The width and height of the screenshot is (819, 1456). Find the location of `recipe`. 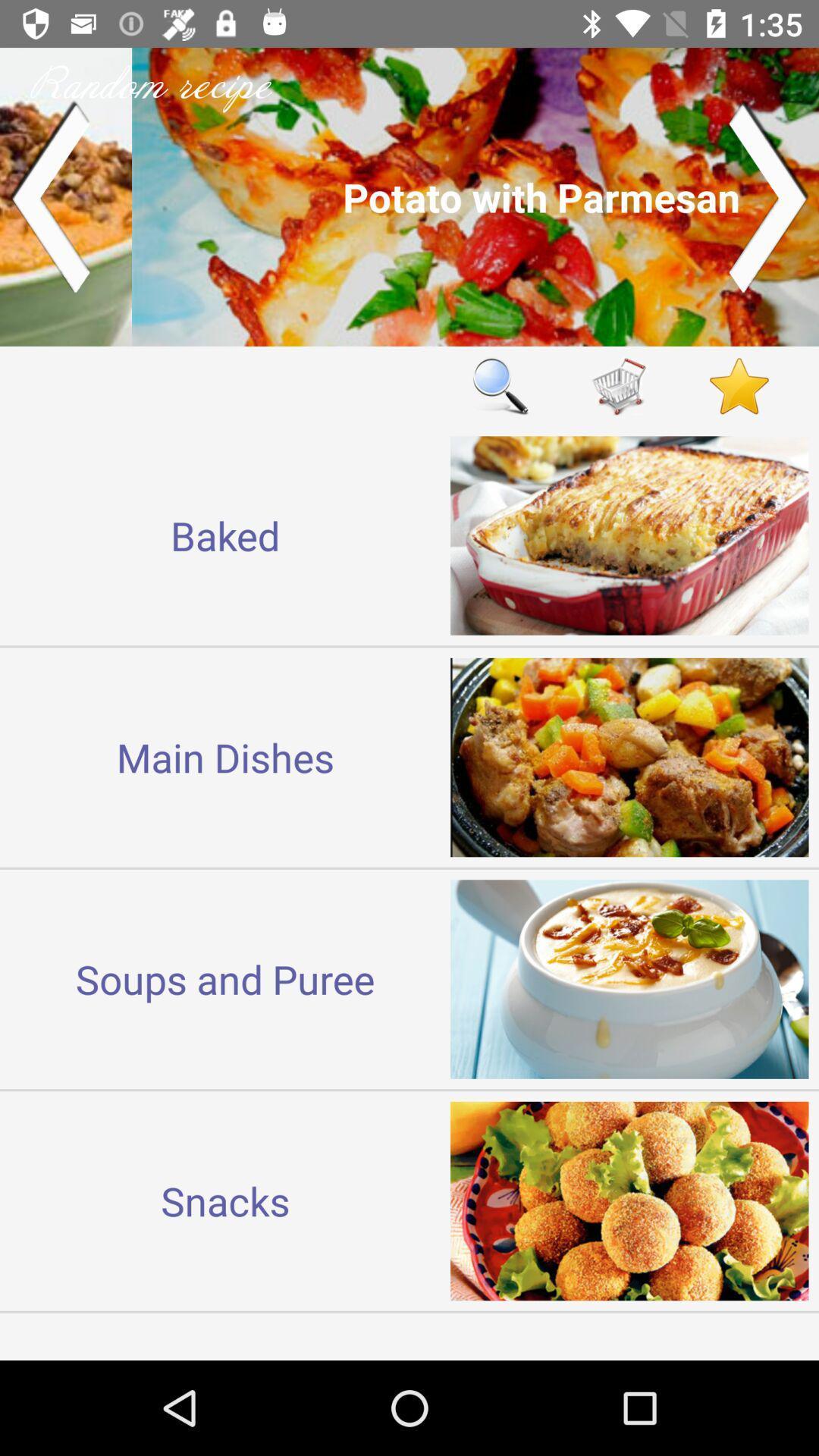

recipe is located at coordinates (409, 196).